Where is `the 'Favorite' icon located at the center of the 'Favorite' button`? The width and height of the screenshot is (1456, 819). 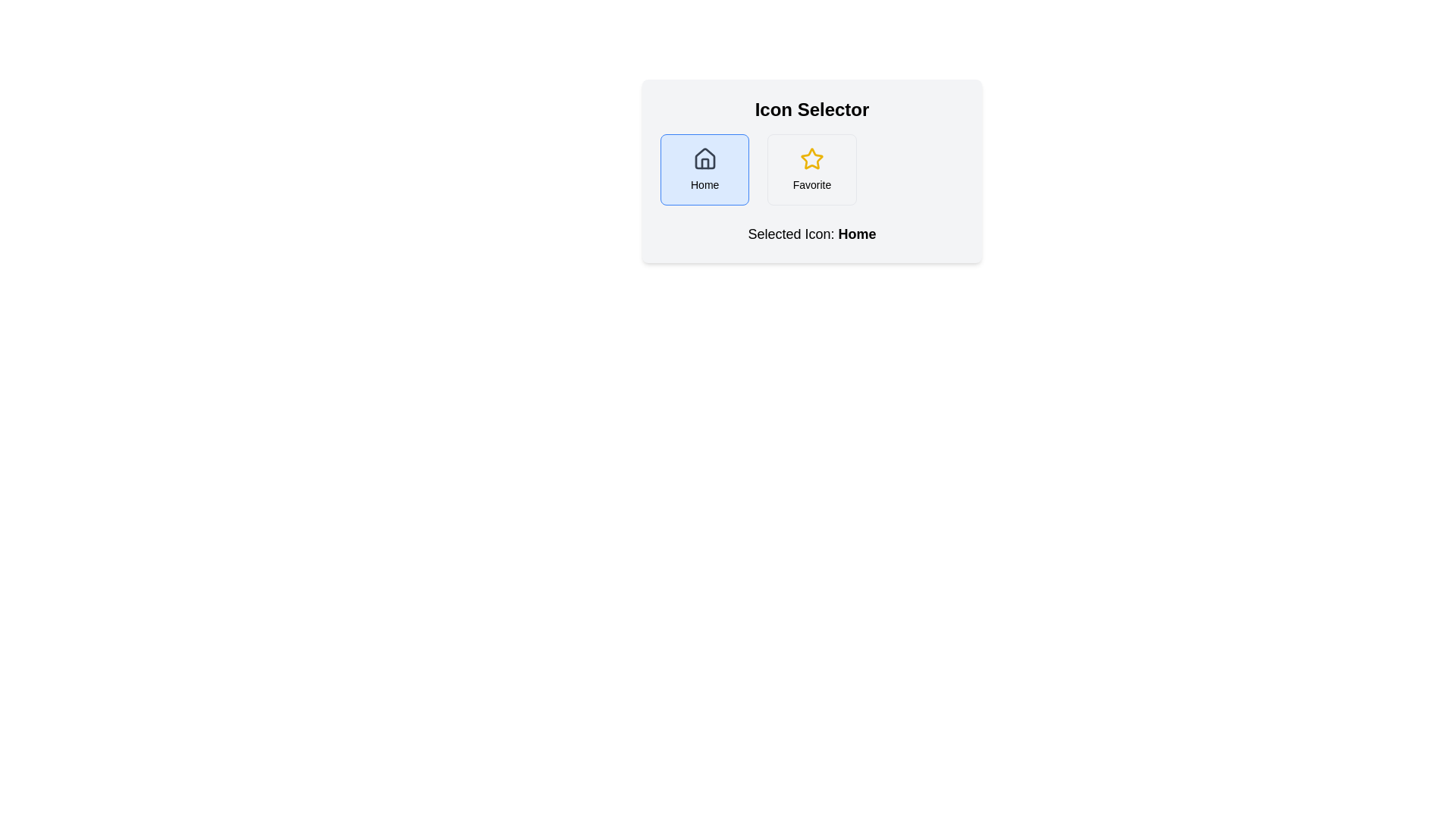 the 'Favorite' icon located at the center of the 'Favorite' button is located at coordinates (811, 158).